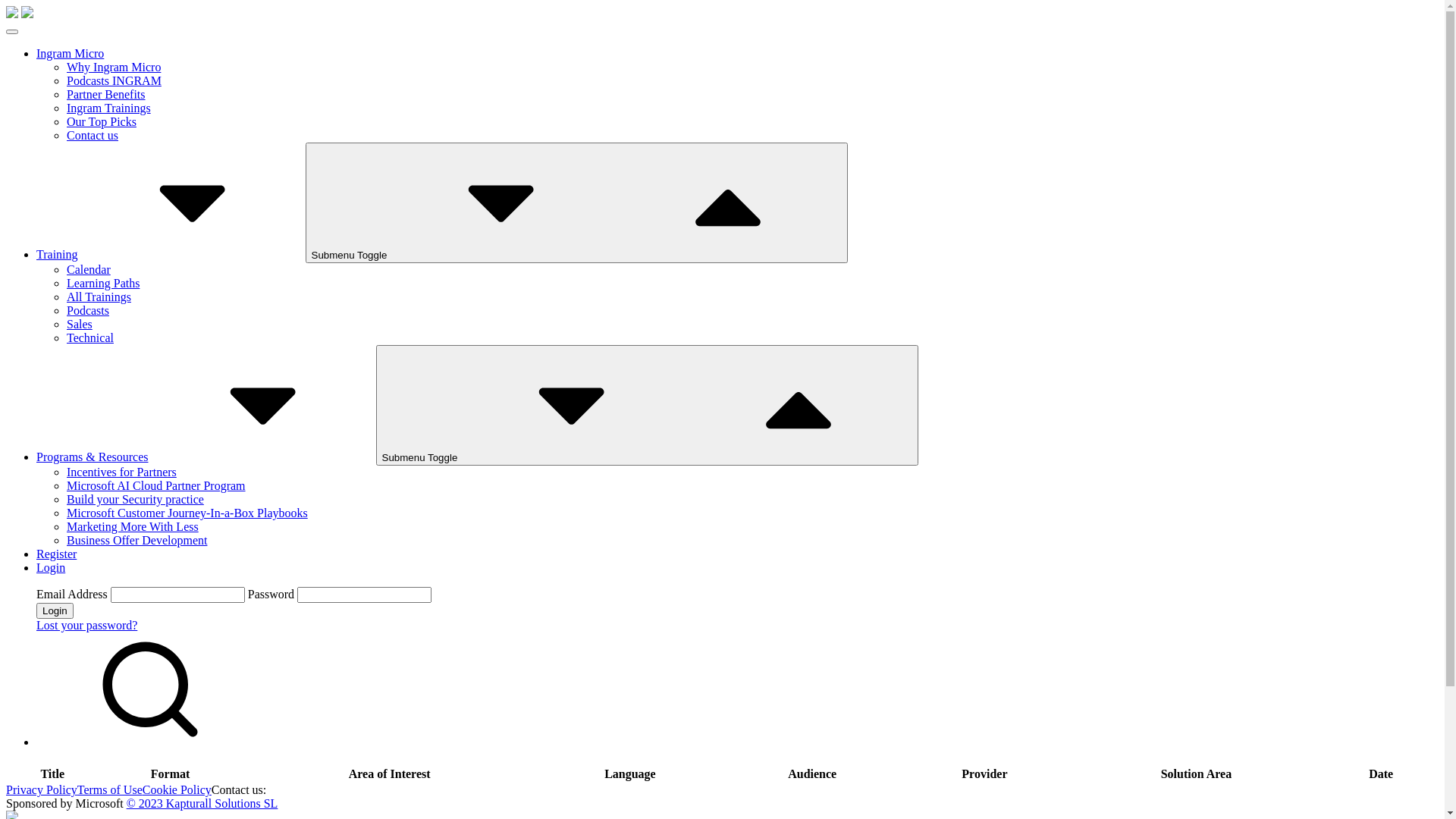  I want to click on 'Register', so click(56, 554).